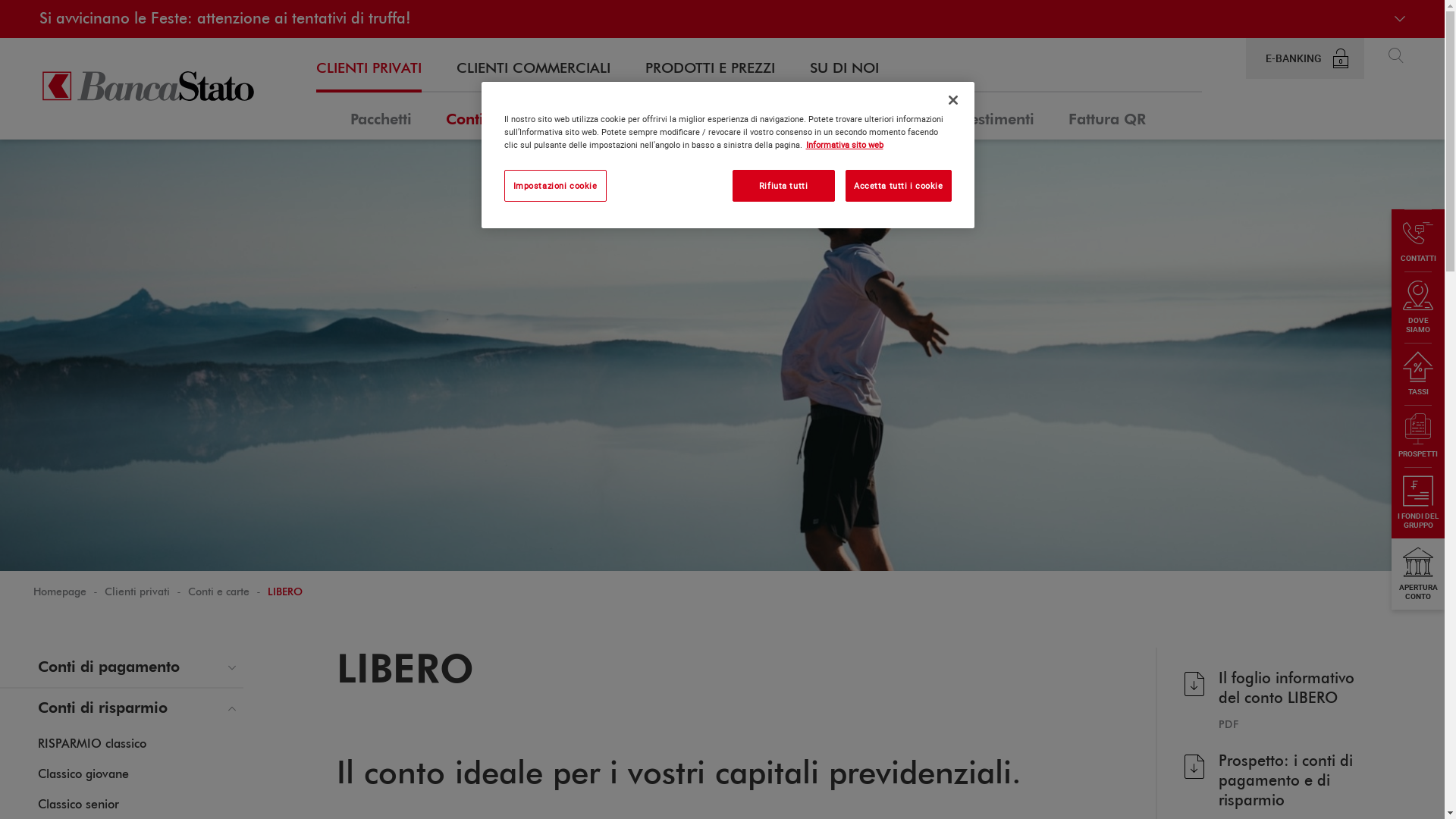  I want to click on 'Conti di pagamento', so click(121, 666).